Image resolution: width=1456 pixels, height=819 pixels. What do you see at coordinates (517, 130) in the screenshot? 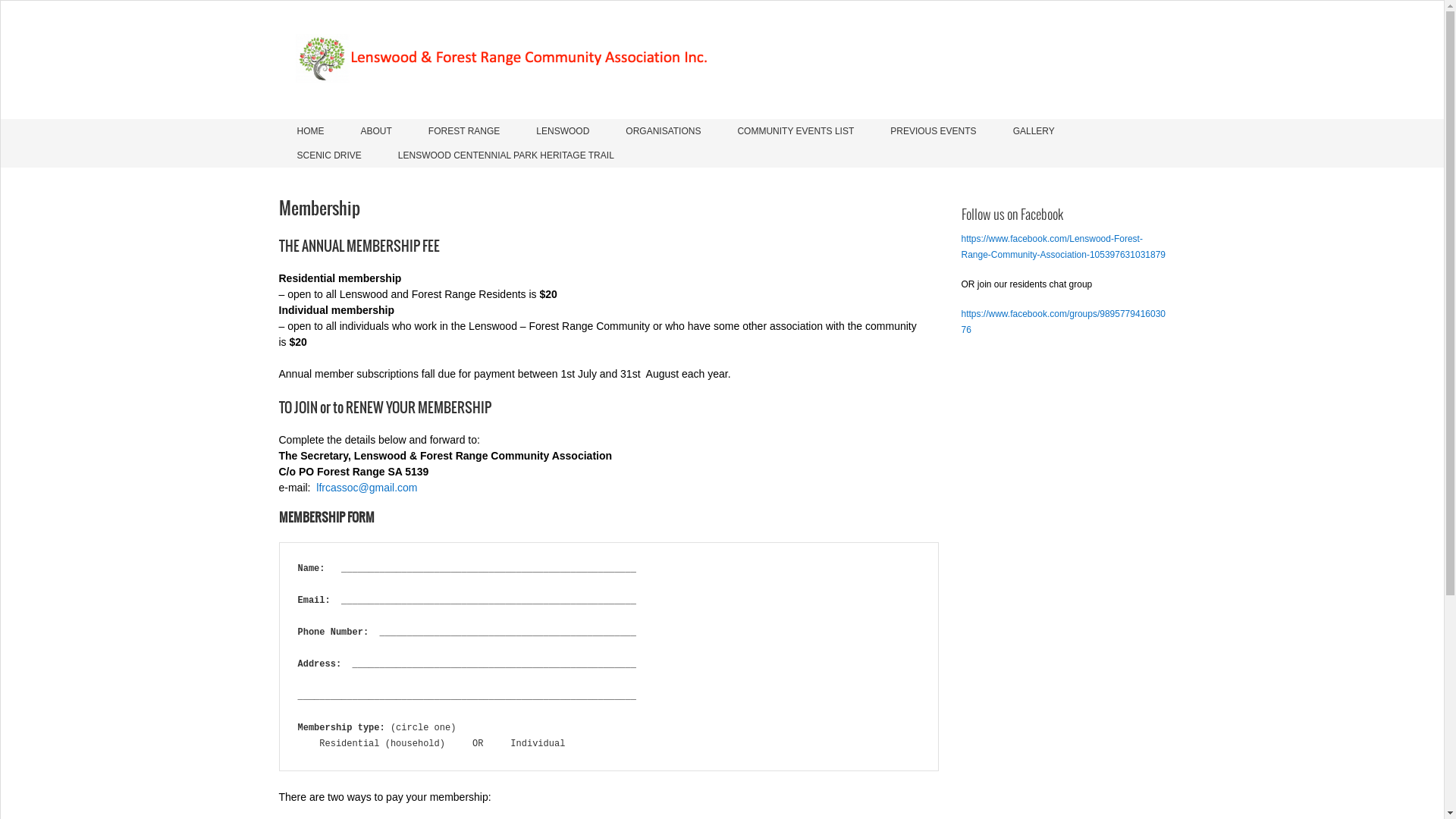
I see `'LENSWOOD'` at bounding box center [517, 130].